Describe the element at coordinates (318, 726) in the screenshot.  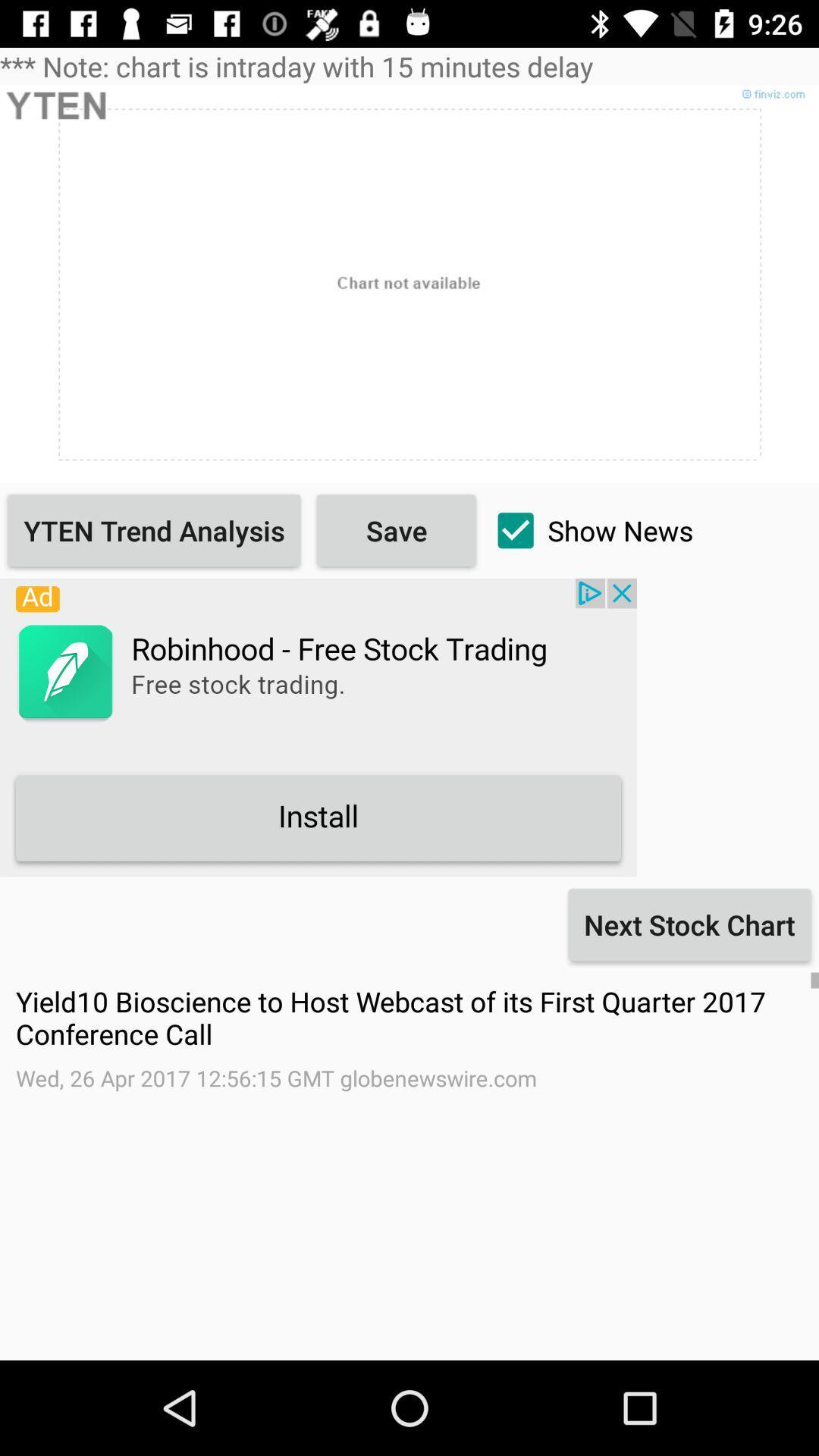
I see `advertising partner` at that location.